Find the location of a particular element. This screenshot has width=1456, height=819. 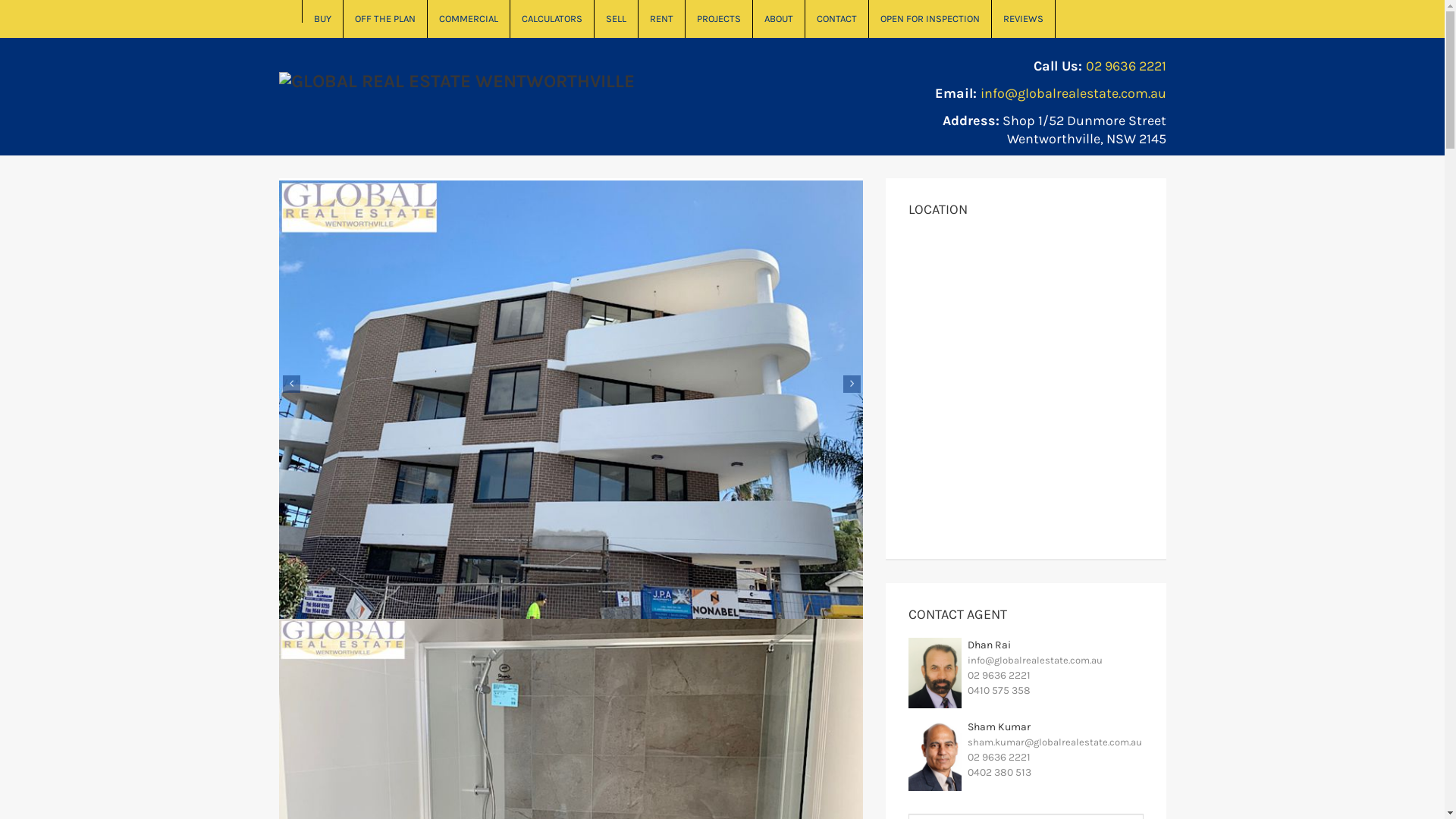

'ABOUT' is located at coordinates (778, 18).